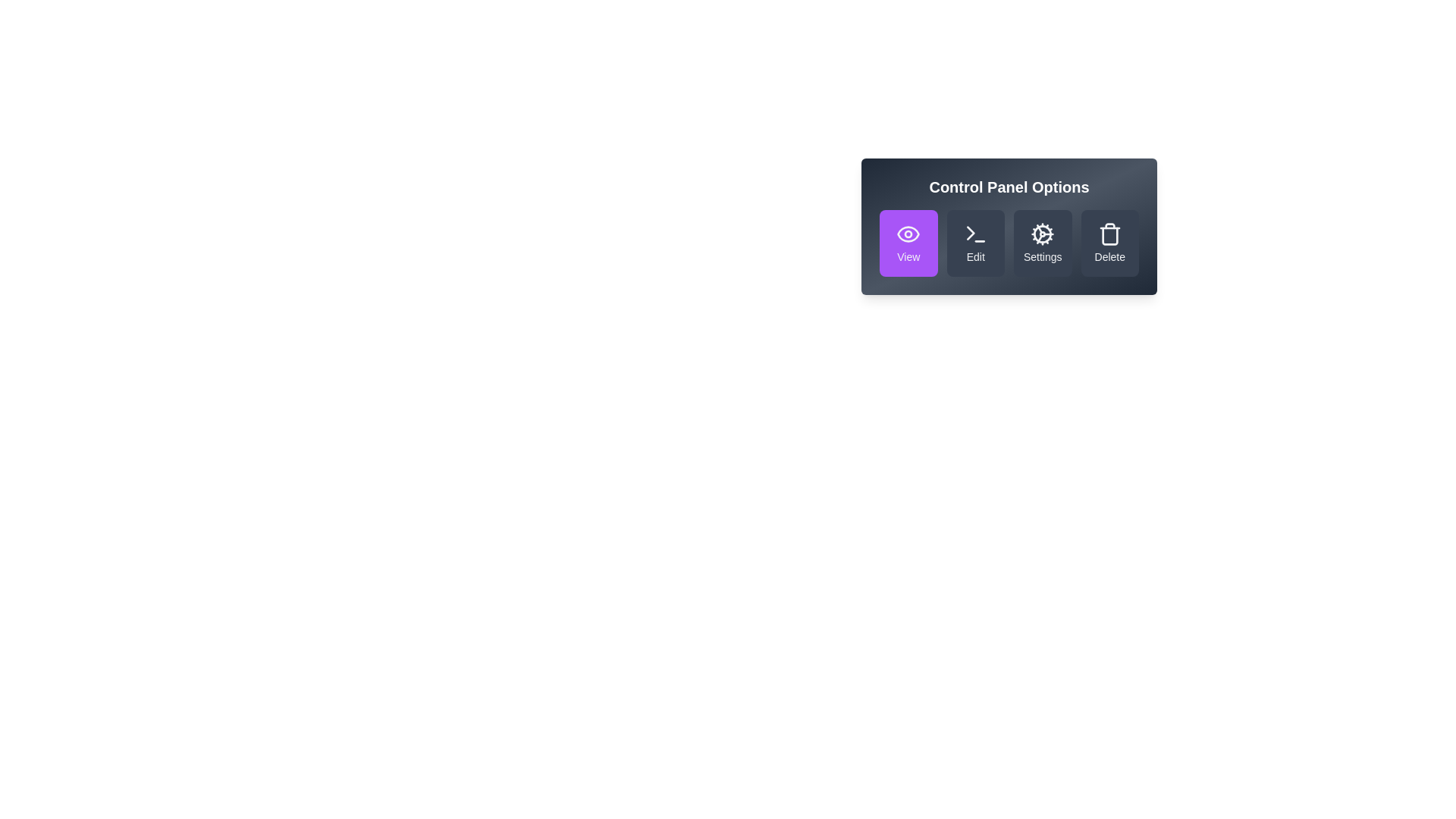  What do you see at coordinates (1009, 186) in the screenshot?
I see `the text label 'Control Panel Options' which is in bold white font at the top-center of the dark-themed card interface` at bounding box center [1009, 186].